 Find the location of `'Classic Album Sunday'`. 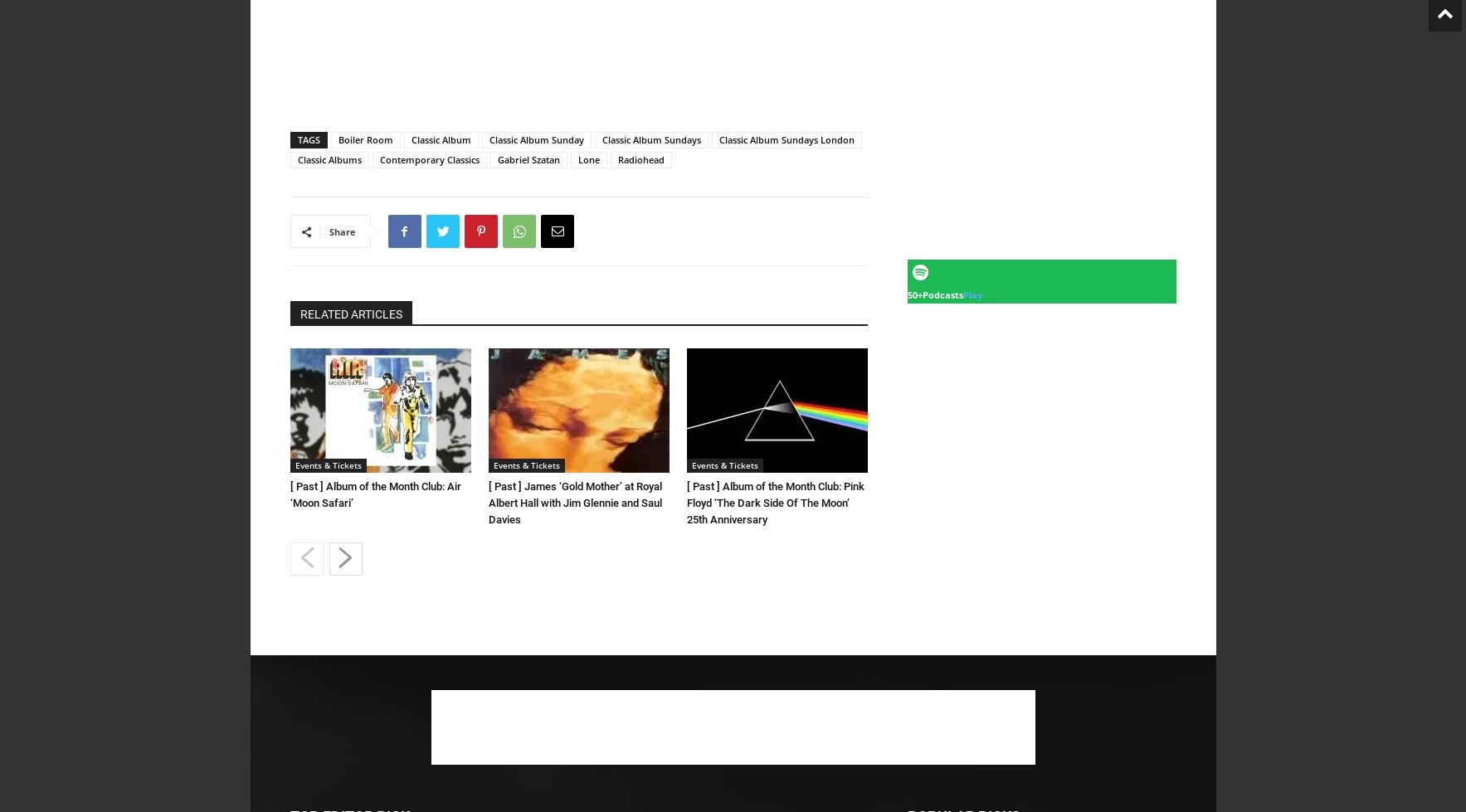

'Classic Album Sunday' is located at coordinates (488, 139).